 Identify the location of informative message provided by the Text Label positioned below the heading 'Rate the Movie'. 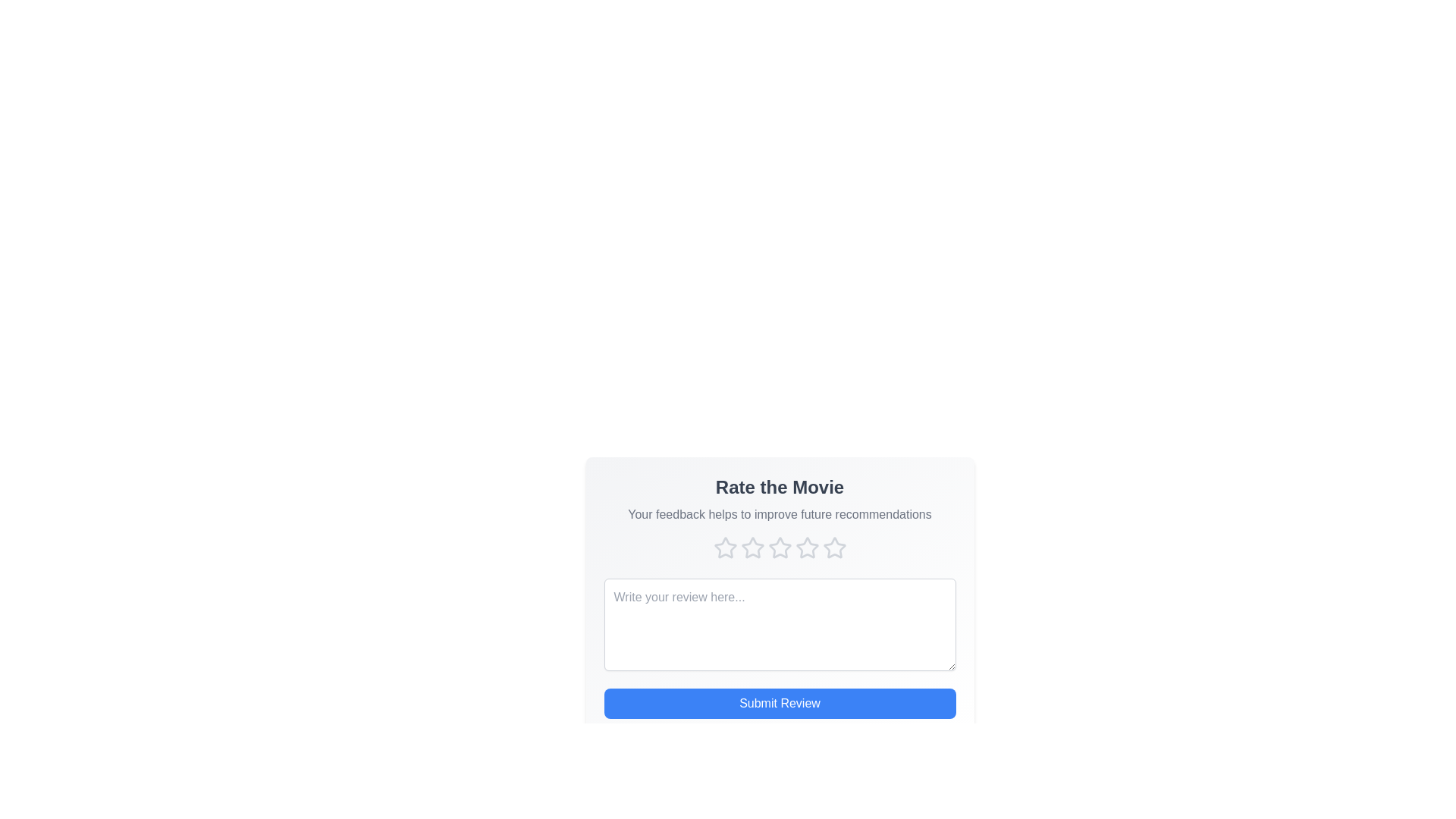
(780, 513).